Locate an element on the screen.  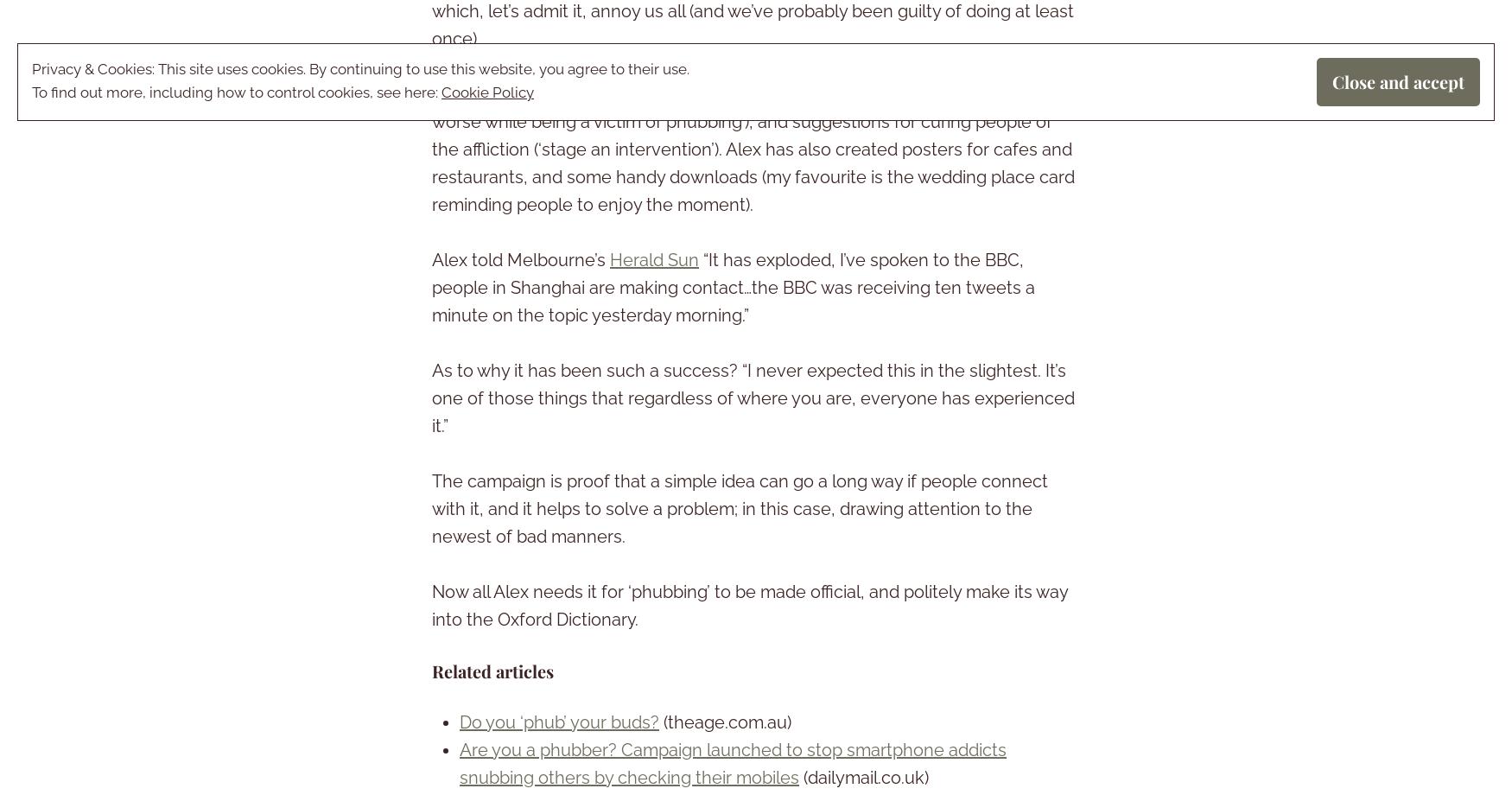
'To find out more, including how to control cookies, see here:' is located at coordinates (236, 92).